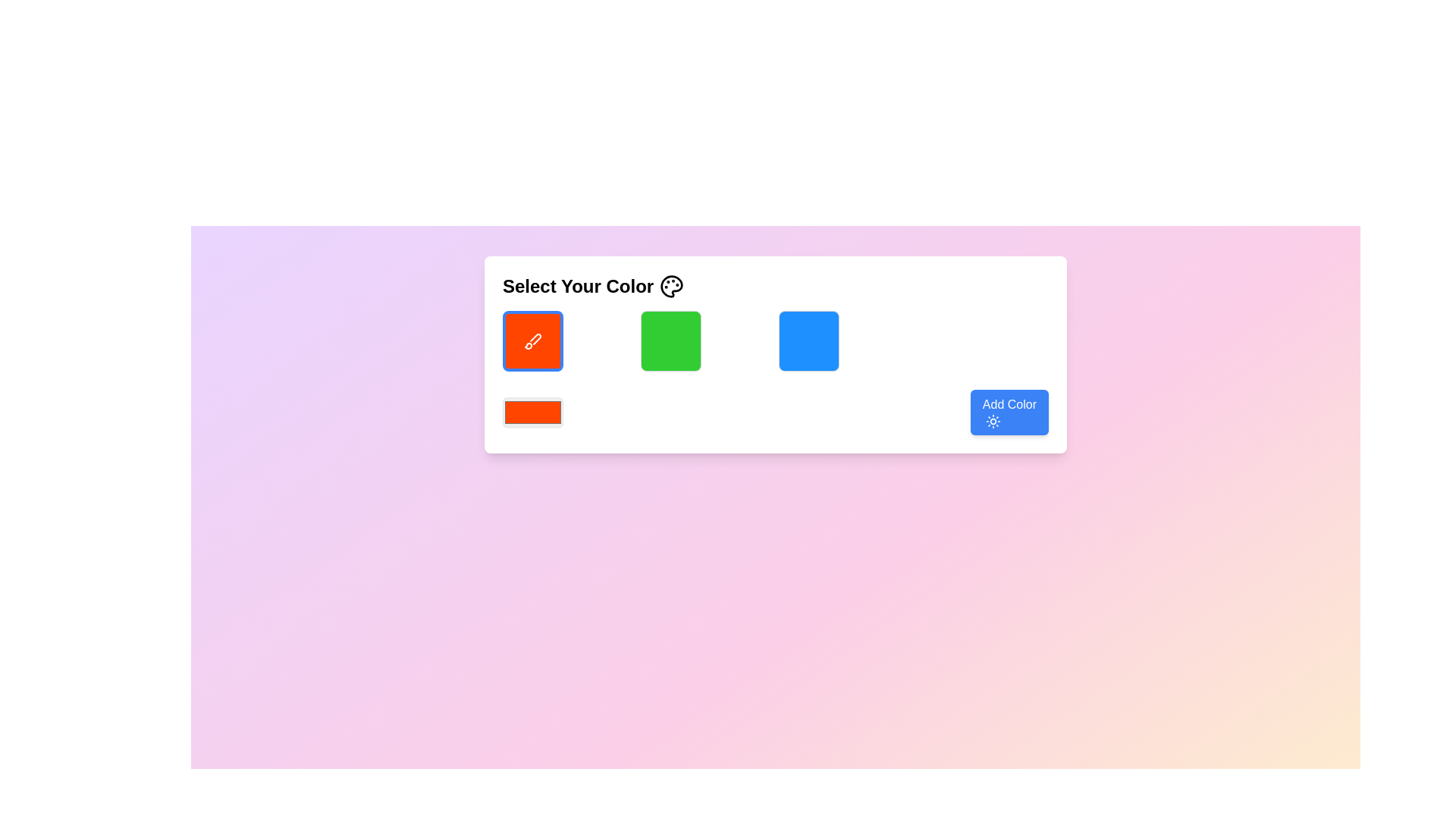  I want to click on the color selection icon located in the top left segment of the color selection grid, so click(532, 341).